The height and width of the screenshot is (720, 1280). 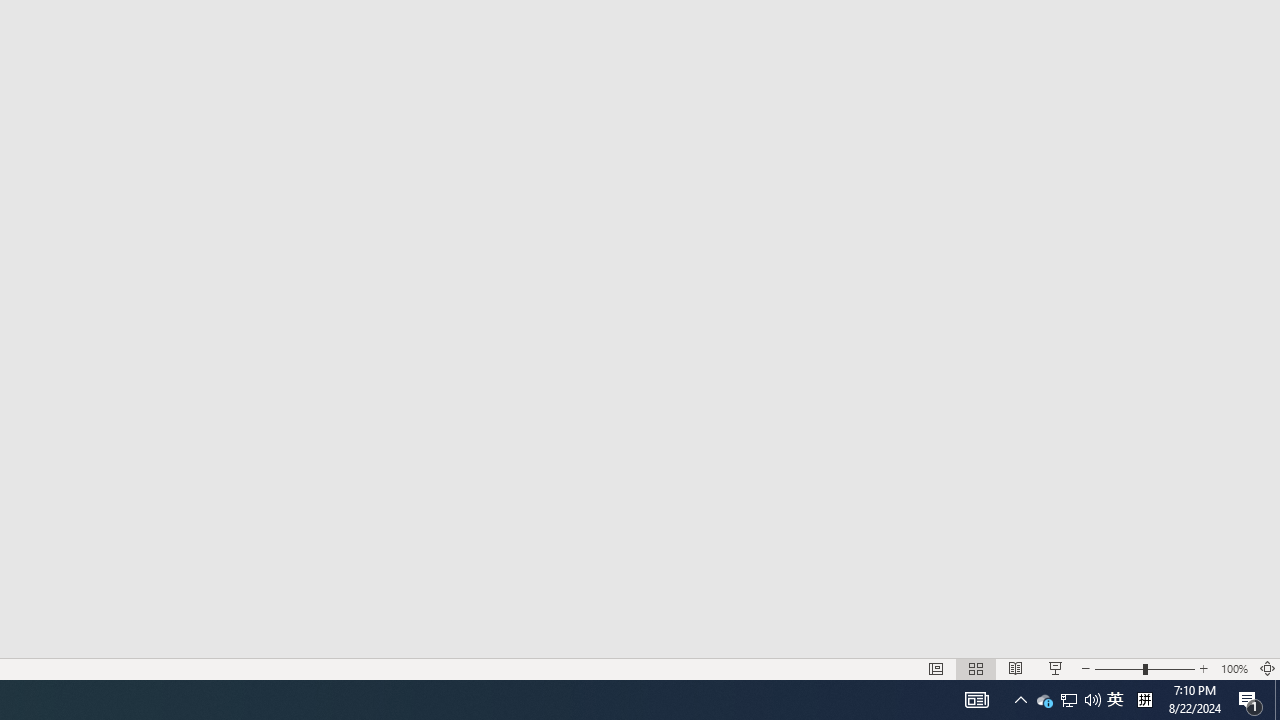 What do you see at coordinates (1015, 669) in the screenshot?
I see `'Reading View'` at bounding box center [1015, 669].